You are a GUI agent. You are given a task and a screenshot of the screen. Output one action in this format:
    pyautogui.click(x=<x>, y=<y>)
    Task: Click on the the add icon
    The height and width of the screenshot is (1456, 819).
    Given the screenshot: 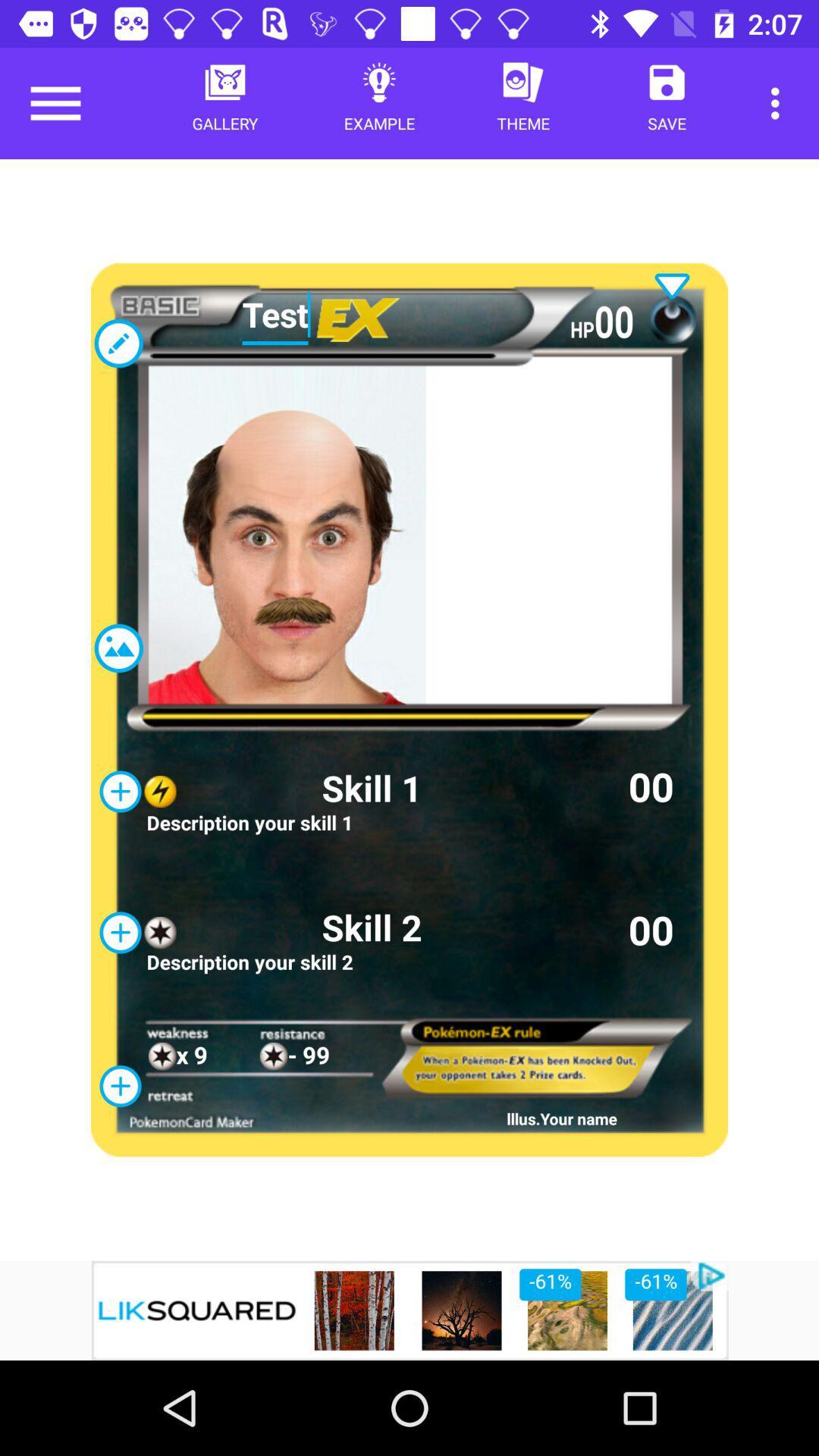 What is the action you would take?
    pyautogui.click(x=119, y=790)
    